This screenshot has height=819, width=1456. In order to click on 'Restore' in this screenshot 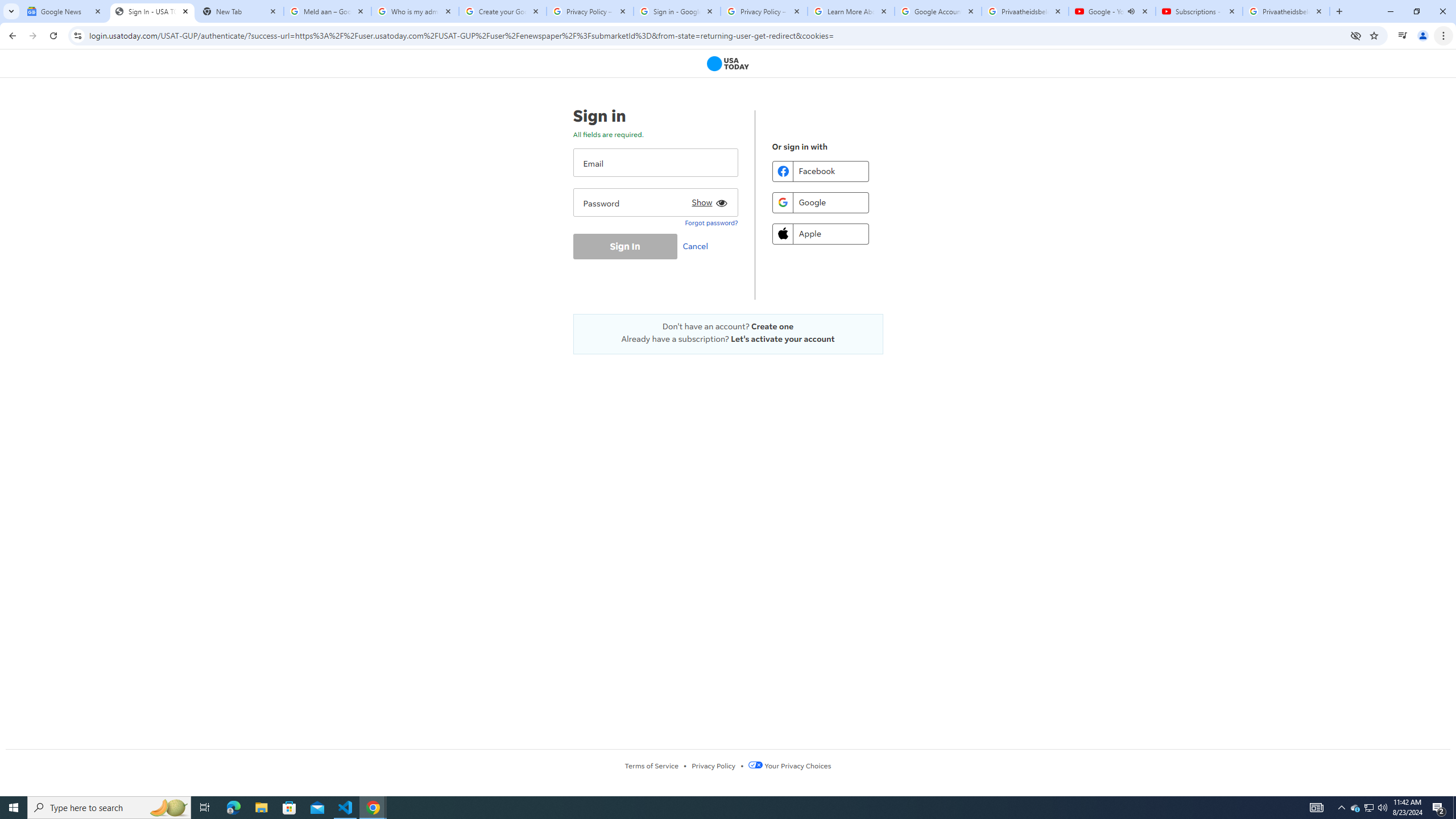, I will do `click(1416, 11)`.